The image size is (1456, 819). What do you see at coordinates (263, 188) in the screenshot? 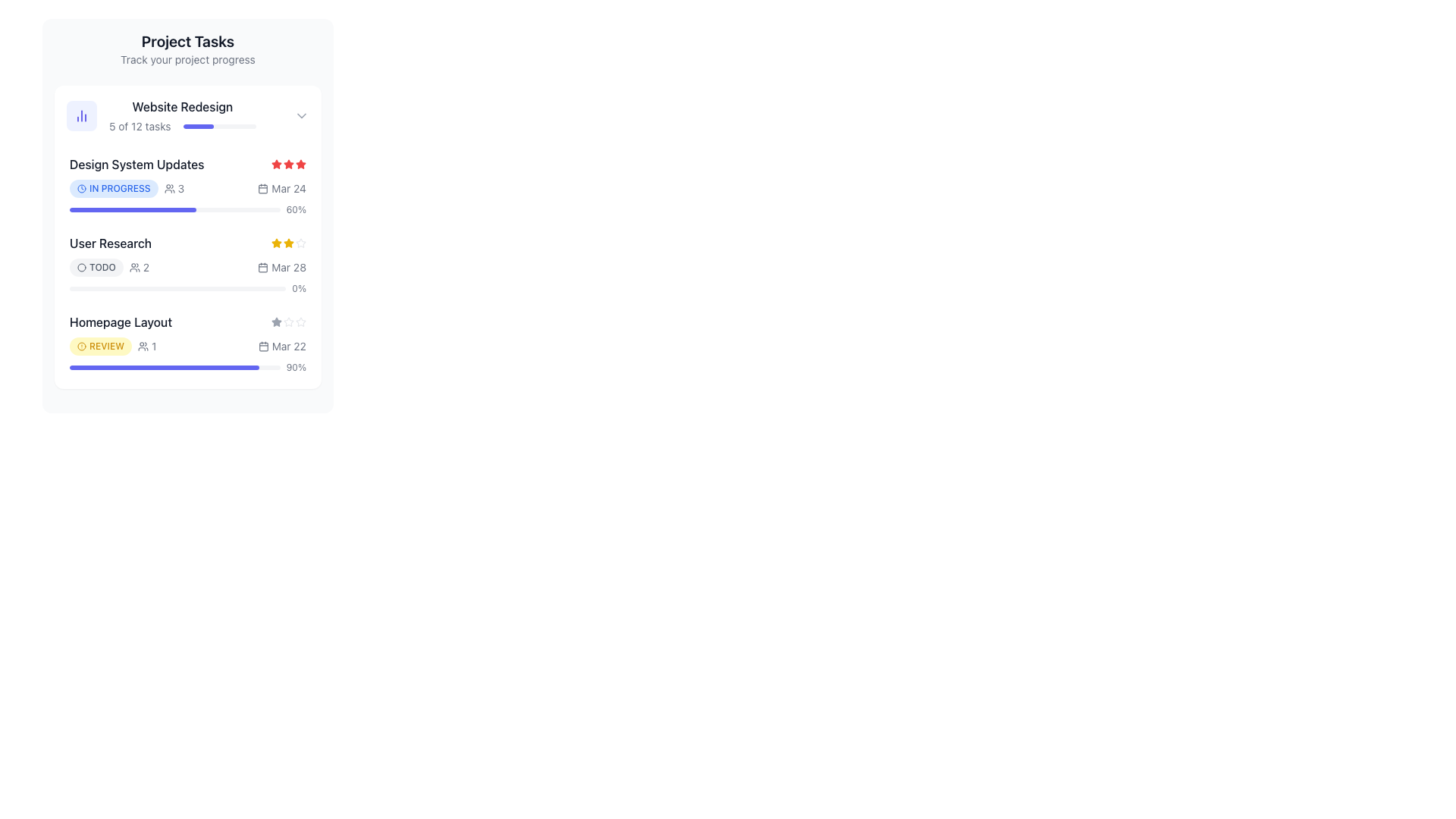
I see `the calendar icon located to the left of the date label 'Mar 24' in the 'Design System Updates' task entry` at bounding box center [263, 188].